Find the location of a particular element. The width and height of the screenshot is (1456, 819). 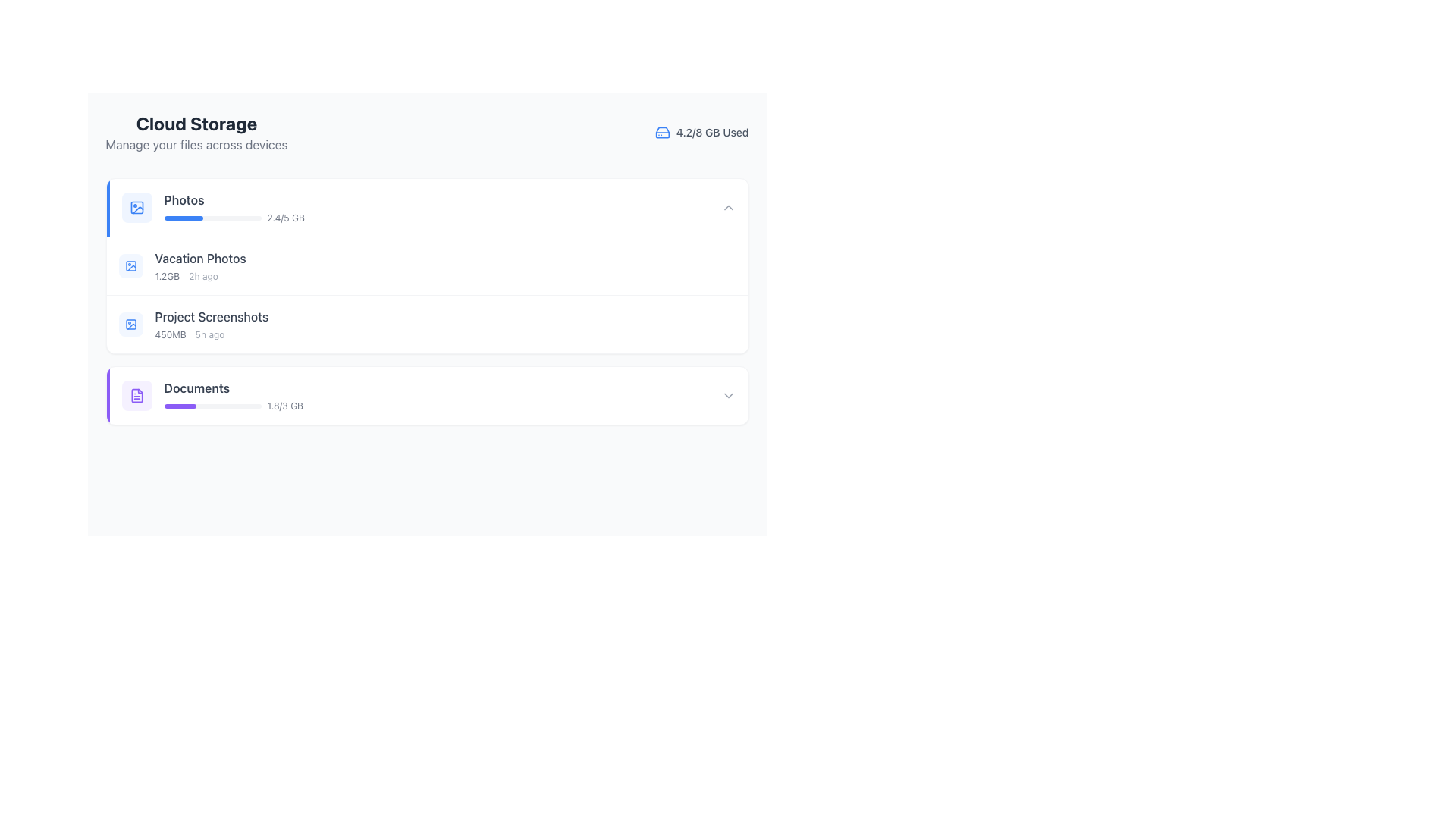

the appearance of the 'Documents' icon located at the far-left of the row labeled 'Documents' is located at coordinates (136, 394).